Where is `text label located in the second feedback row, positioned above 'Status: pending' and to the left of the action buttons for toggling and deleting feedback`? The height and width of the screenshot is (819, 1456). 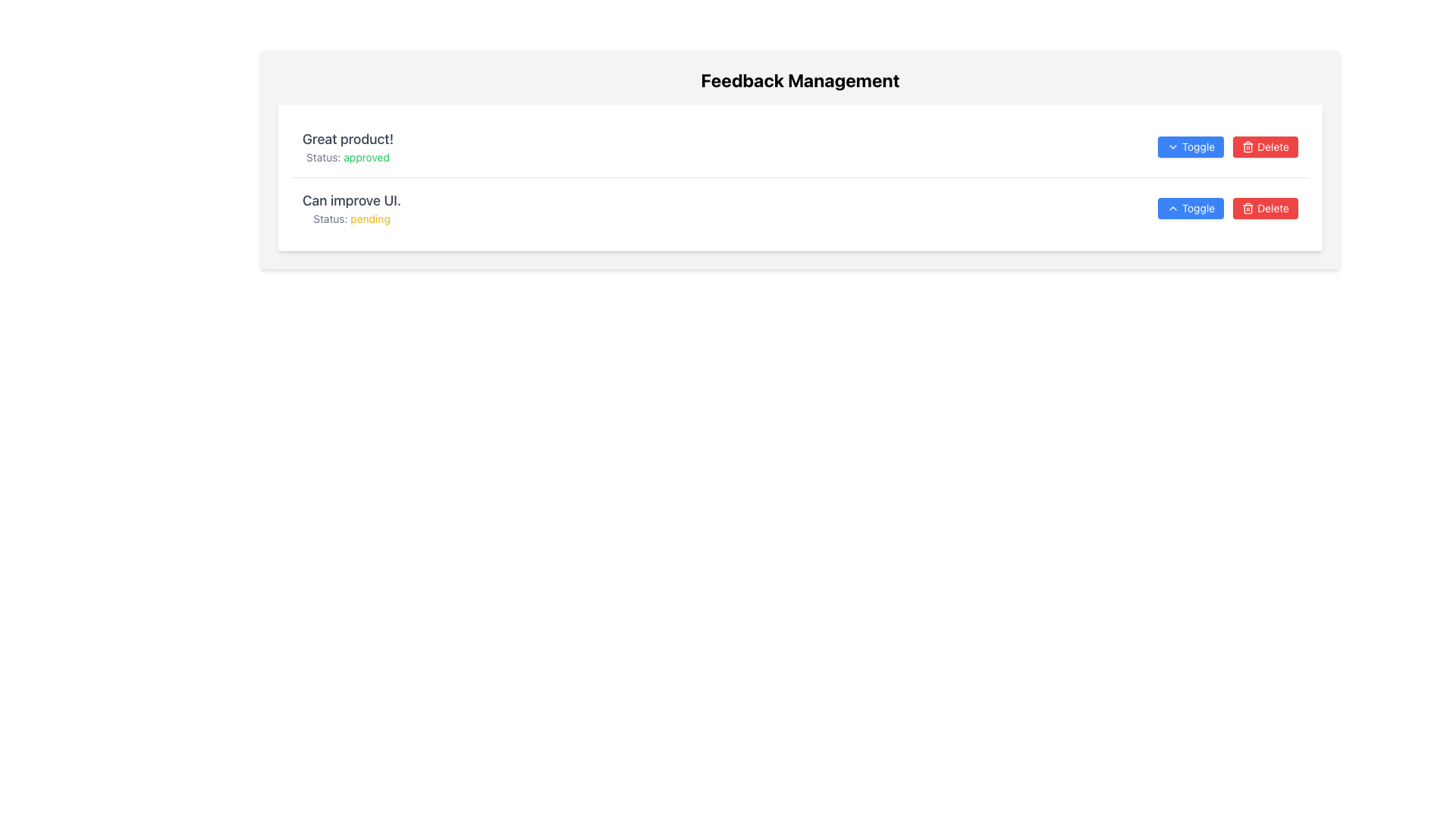
text label located in the second feedback row, positioned above 'Status: pending' and to the left of the action buttons for toggling and deleting feedback is located at coordinates (351, 200).